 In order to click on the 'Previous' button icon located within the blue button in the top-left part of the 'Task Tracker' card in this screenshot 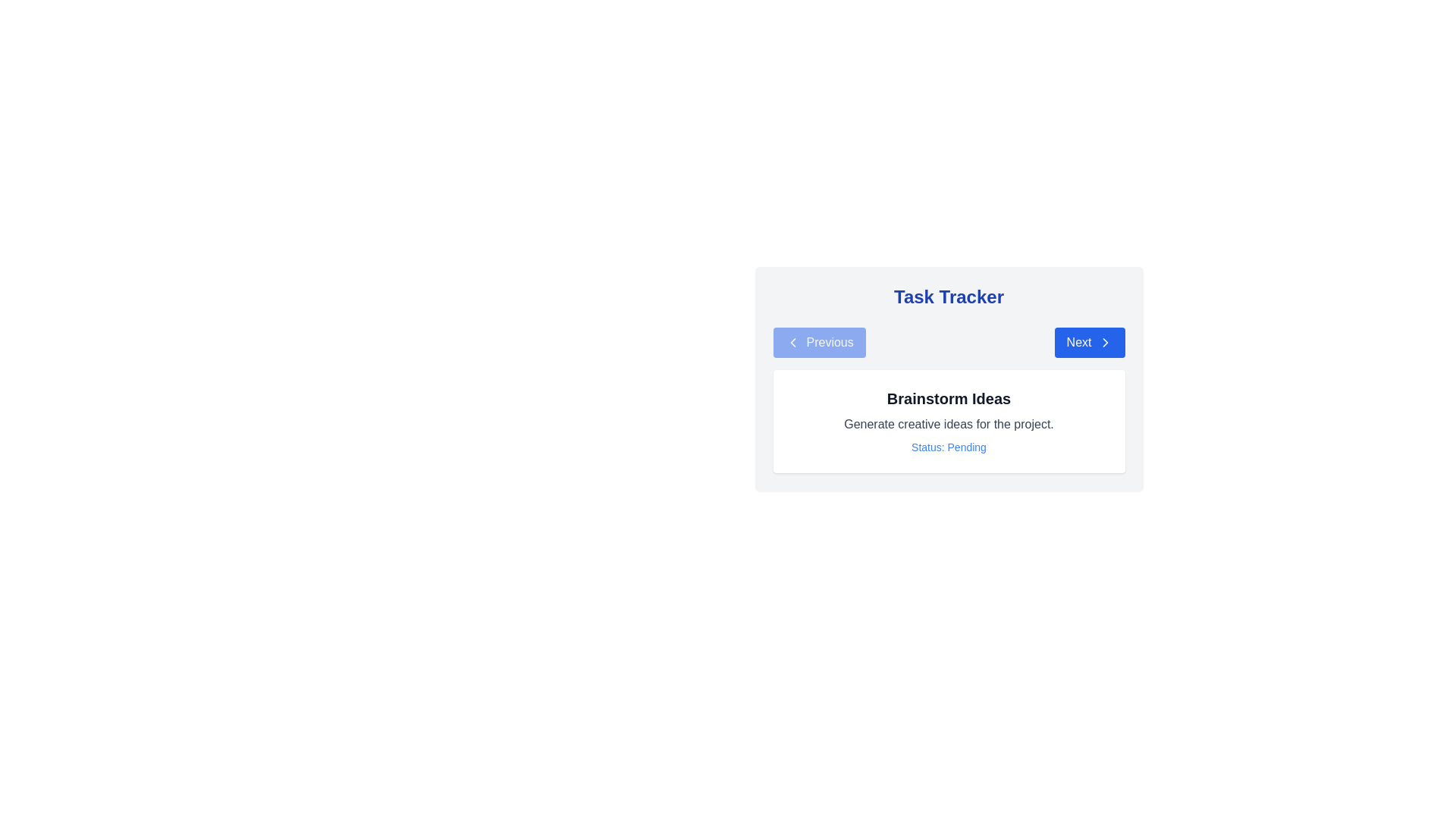, I will do `click(792, 342)`.